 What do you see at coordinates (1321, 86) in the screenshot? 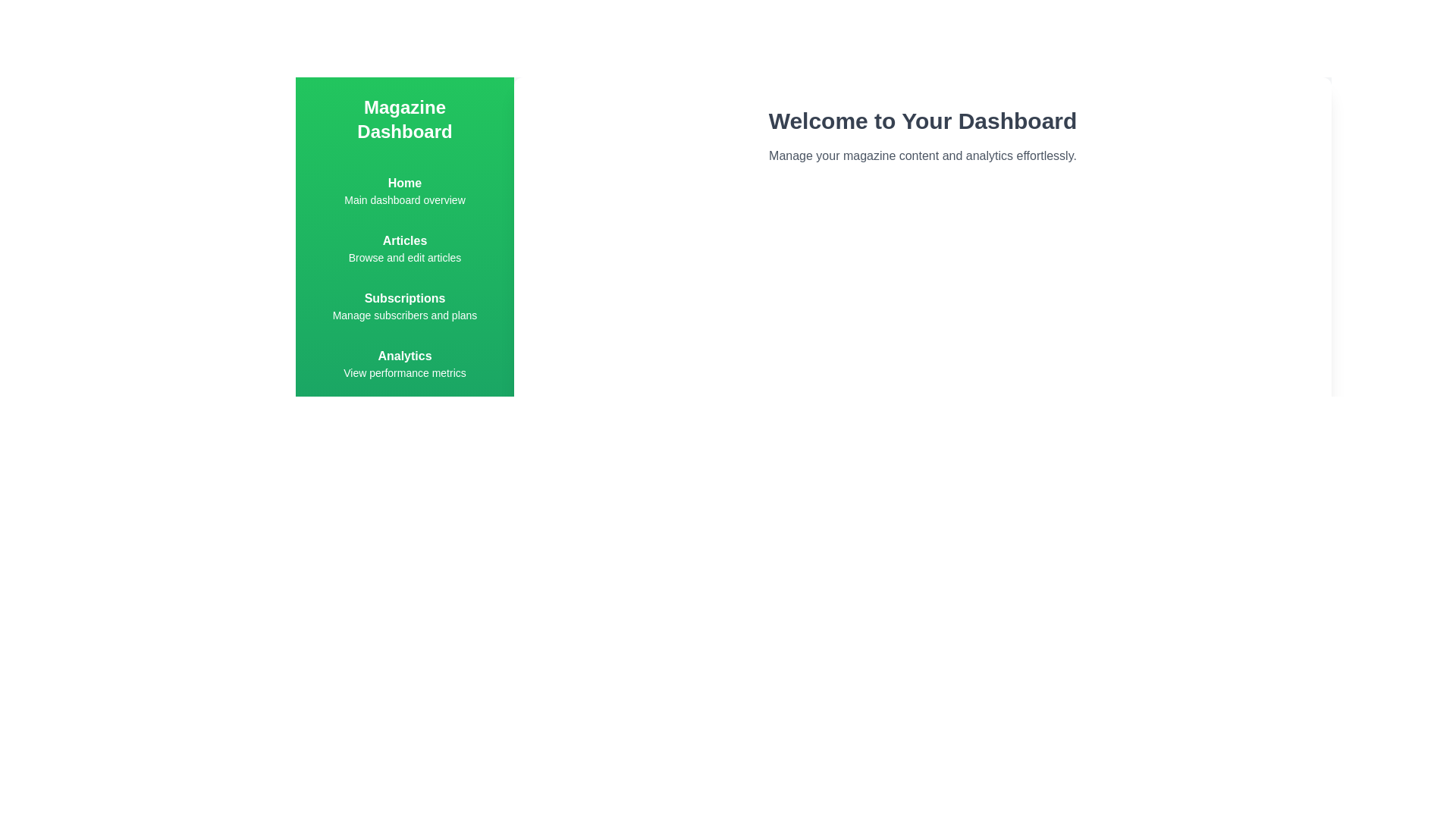
I see `the close button at the top right of the drawer to toggle its visibility` at bounding box center [1321, 86].